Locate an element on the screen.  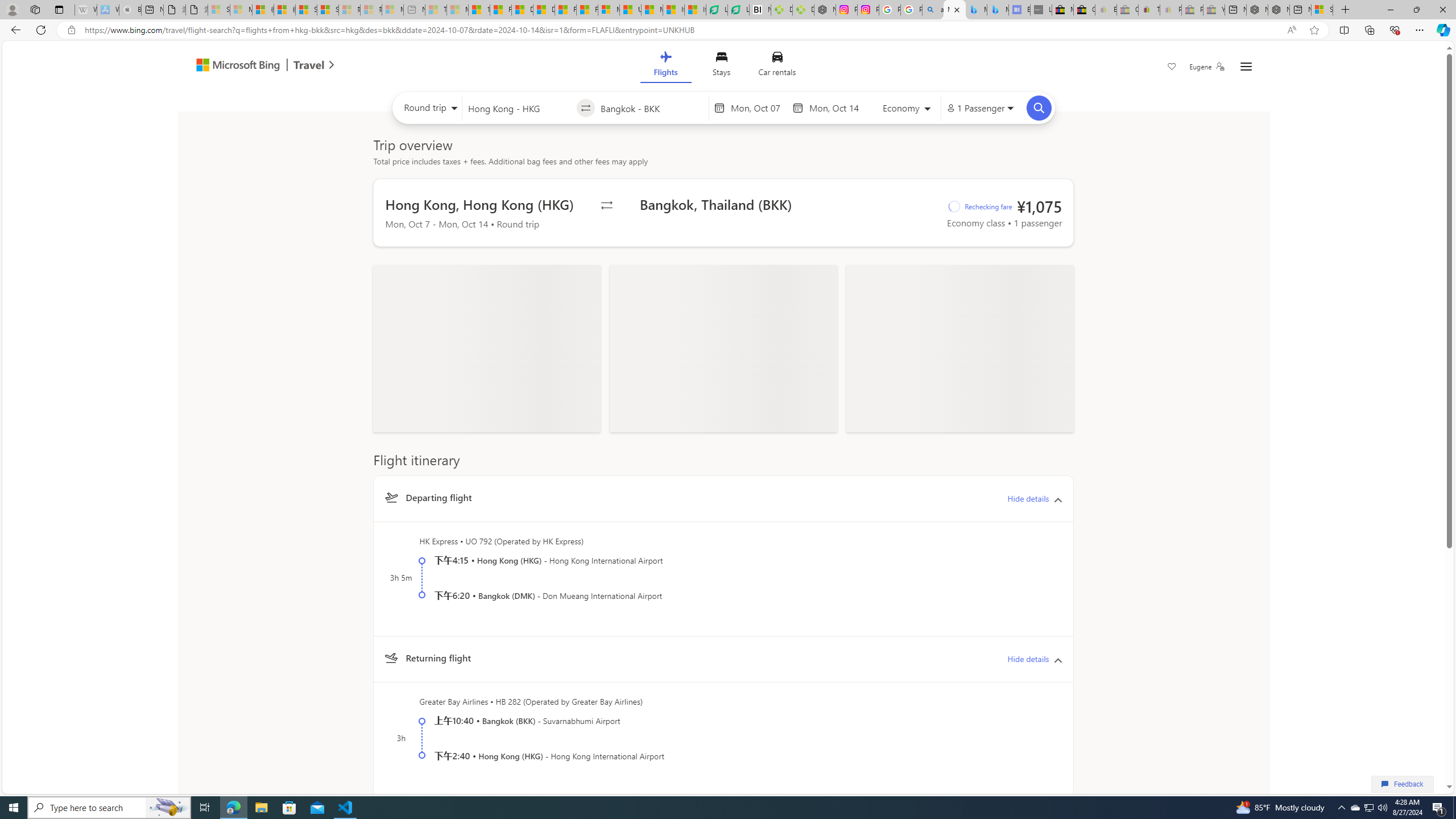
'US Heat Deaths Soared To Record High Last Year' is located at coordinates (630, 9).